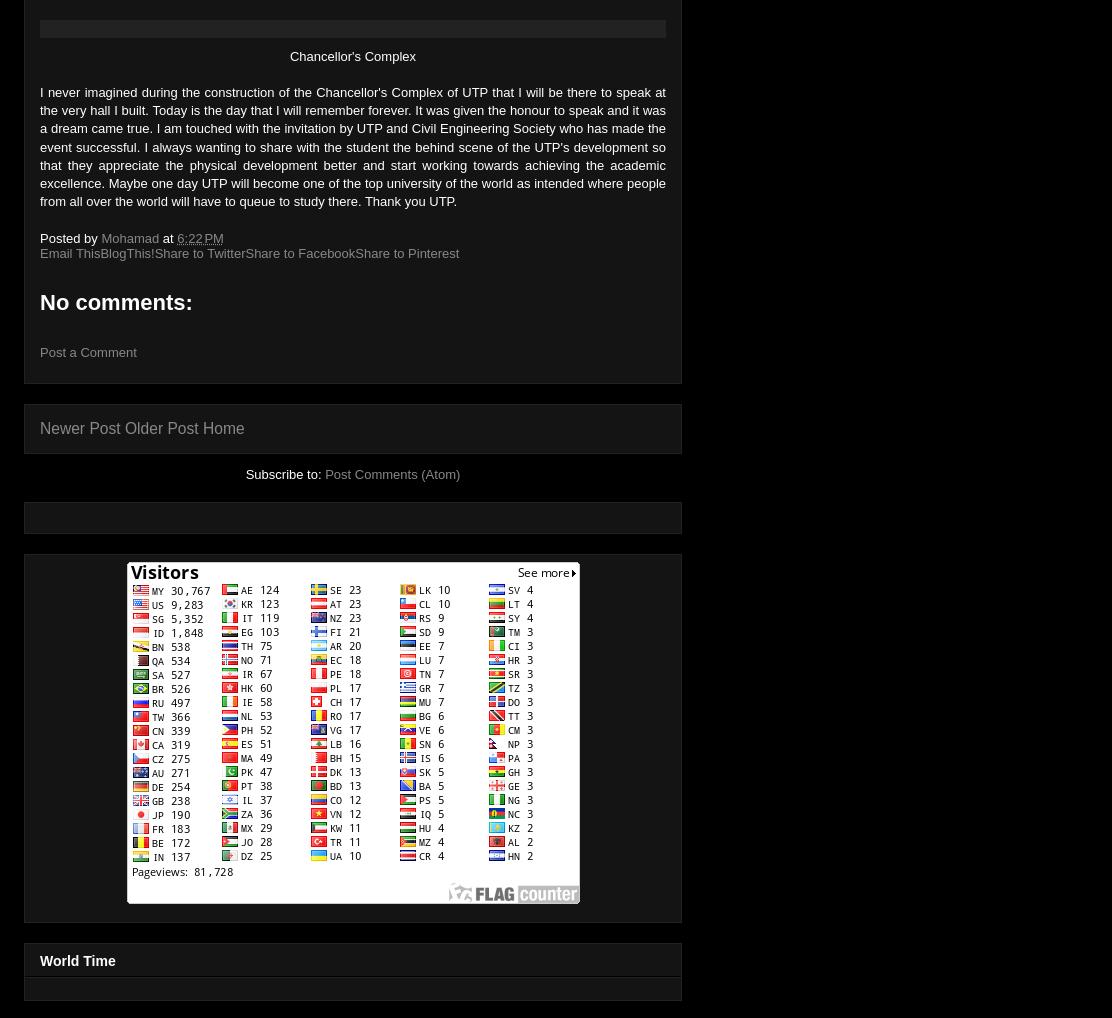 Image resolution: width=1112 pixels, height=1018 pixels. What do you see at coordinates (161, 427) in the screenshot?
I see `'Older Post'` at bounding box center [161, 427].